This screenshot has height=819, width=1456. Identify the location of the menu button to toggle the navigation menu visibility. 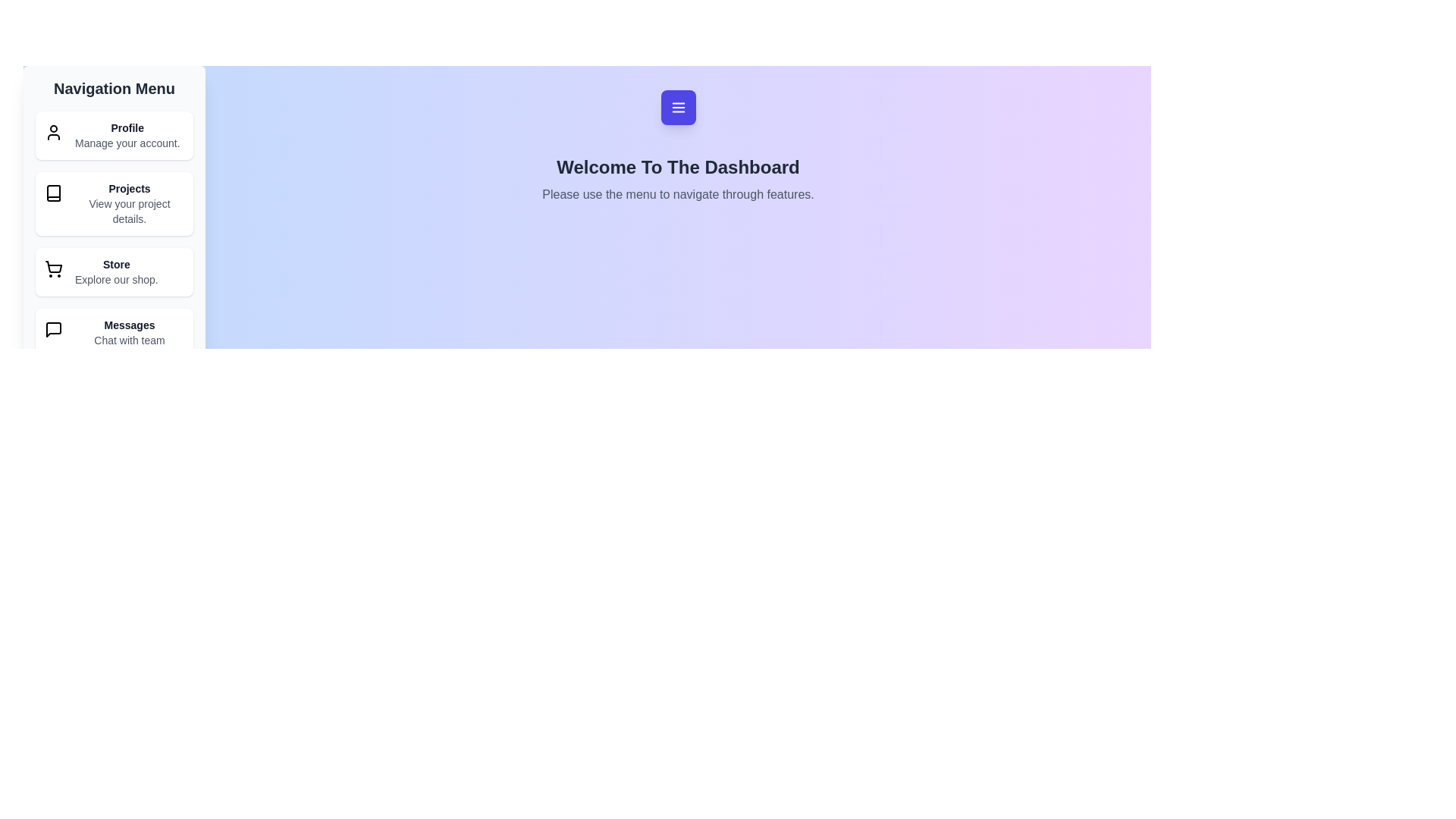
(677, 107).